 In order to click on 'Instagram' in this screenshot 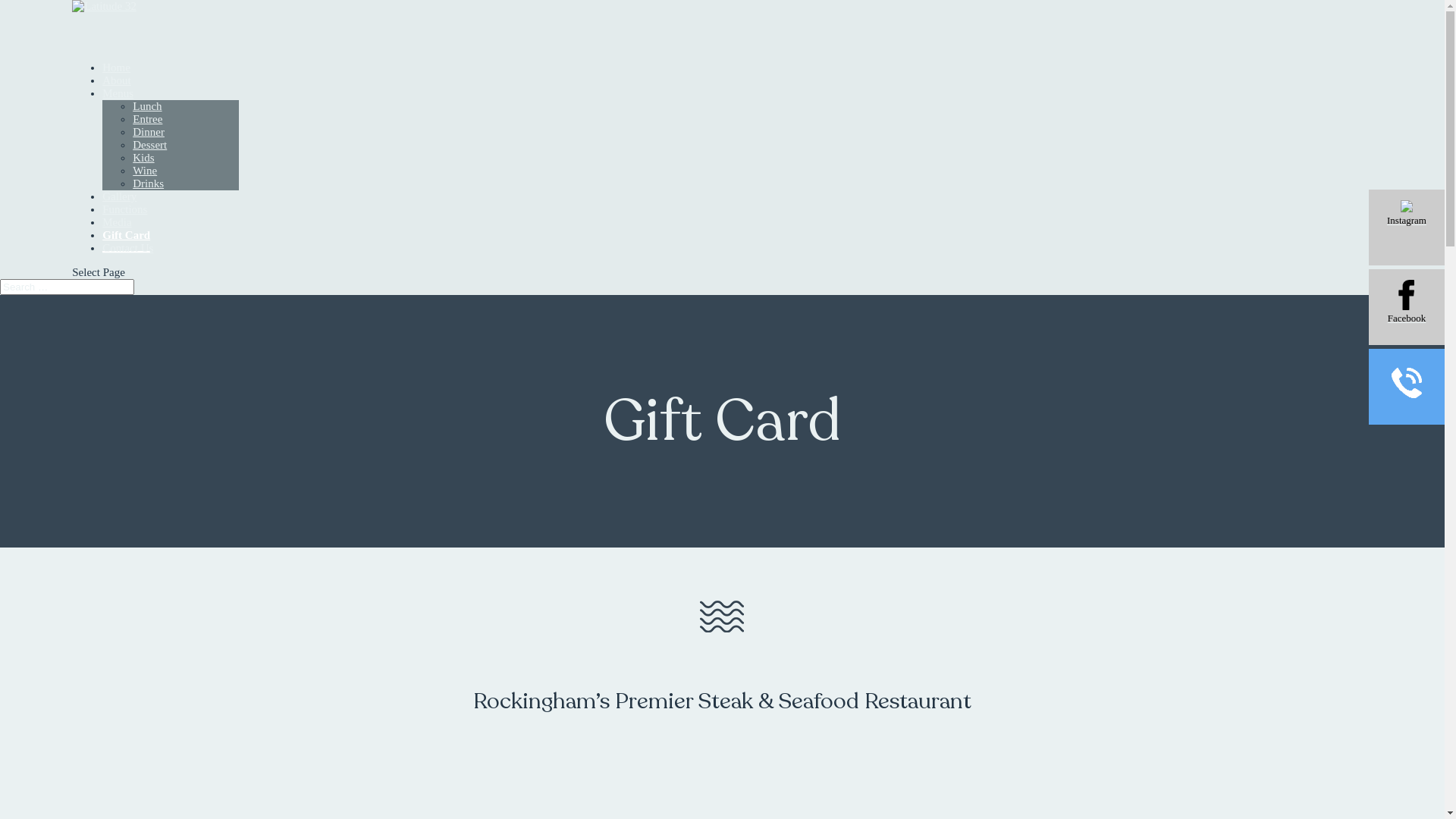, I will do `click(1368, 227)`.